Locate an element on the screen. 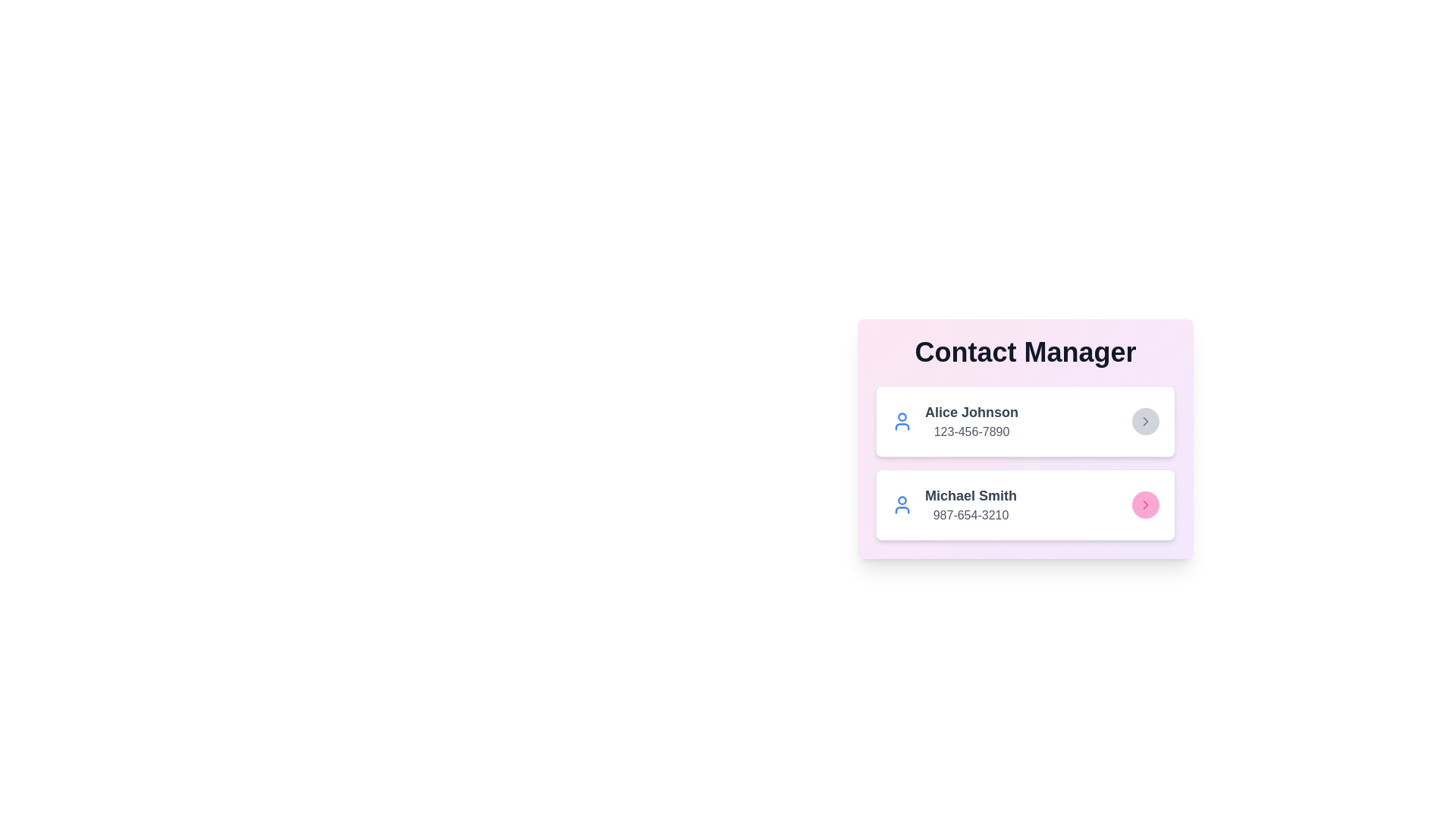  the phone number of the contact by clicking on the text area of the phone number for Michael Smith is located at coordinates (971, 514).